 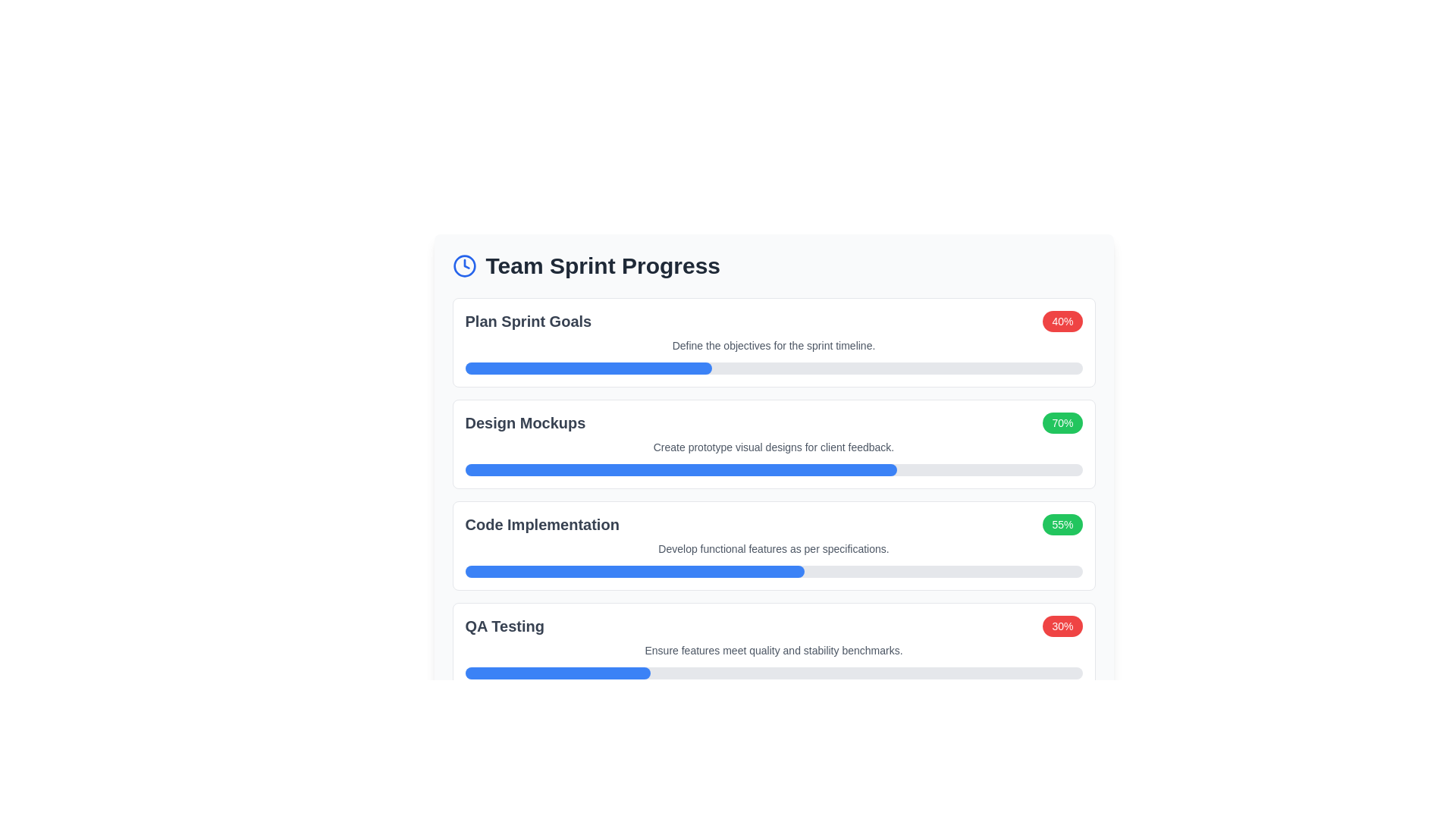 What do you see at coordinates (463, 265) in the screenshot?
I see `the circular shape that serves as the clock face's outline, located adjacent to the title 'Team Sprint Progress'` at bounding box center [463, 265].